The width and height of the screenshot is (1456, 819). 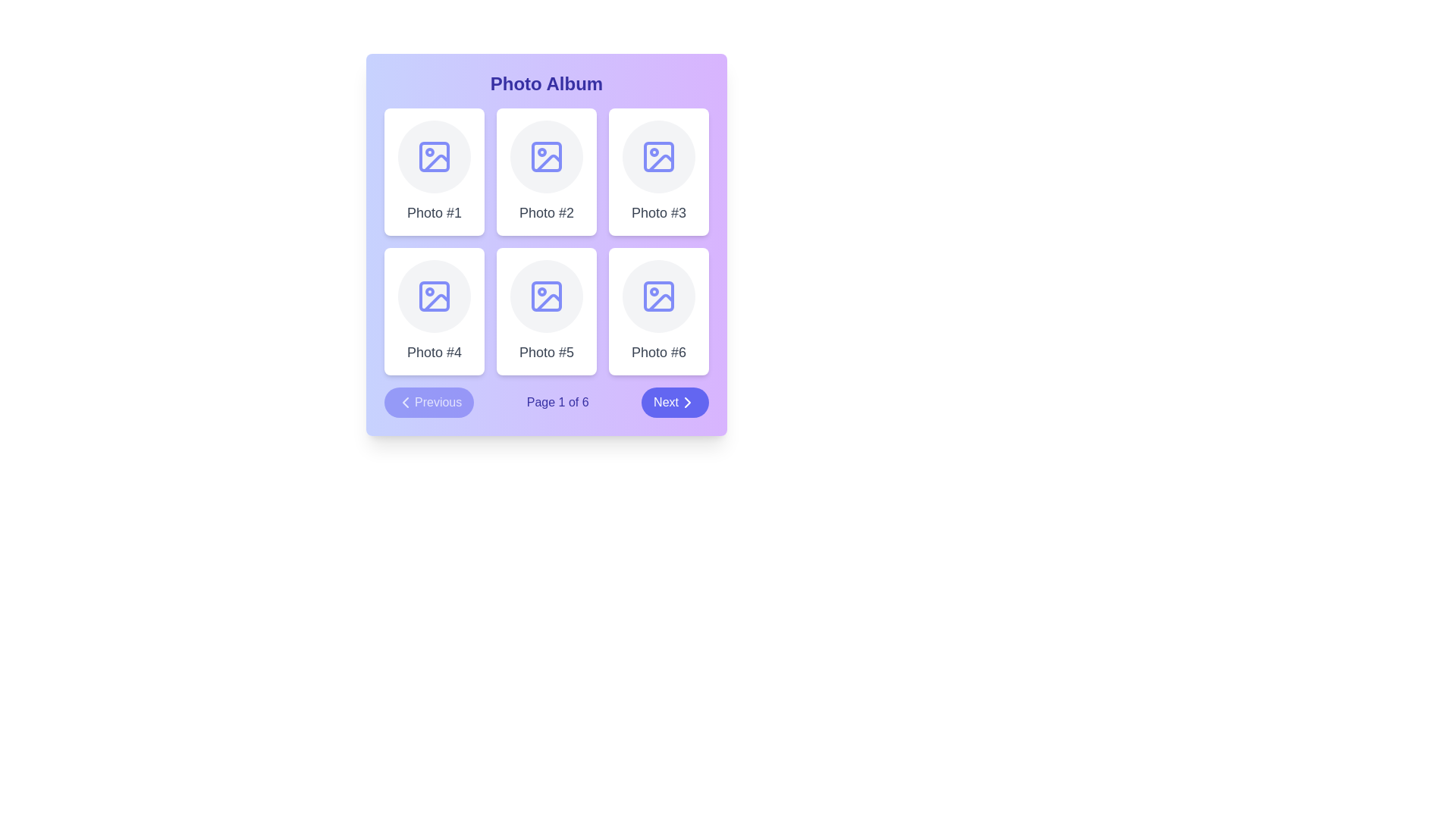 What do you see at coordinates (546, 296) in the screenshot?
I see `the icon button representing the image for the card labeled 'Photo #5', which is located in the bottom row, center column of the grid` at bounding box center [546, 296].